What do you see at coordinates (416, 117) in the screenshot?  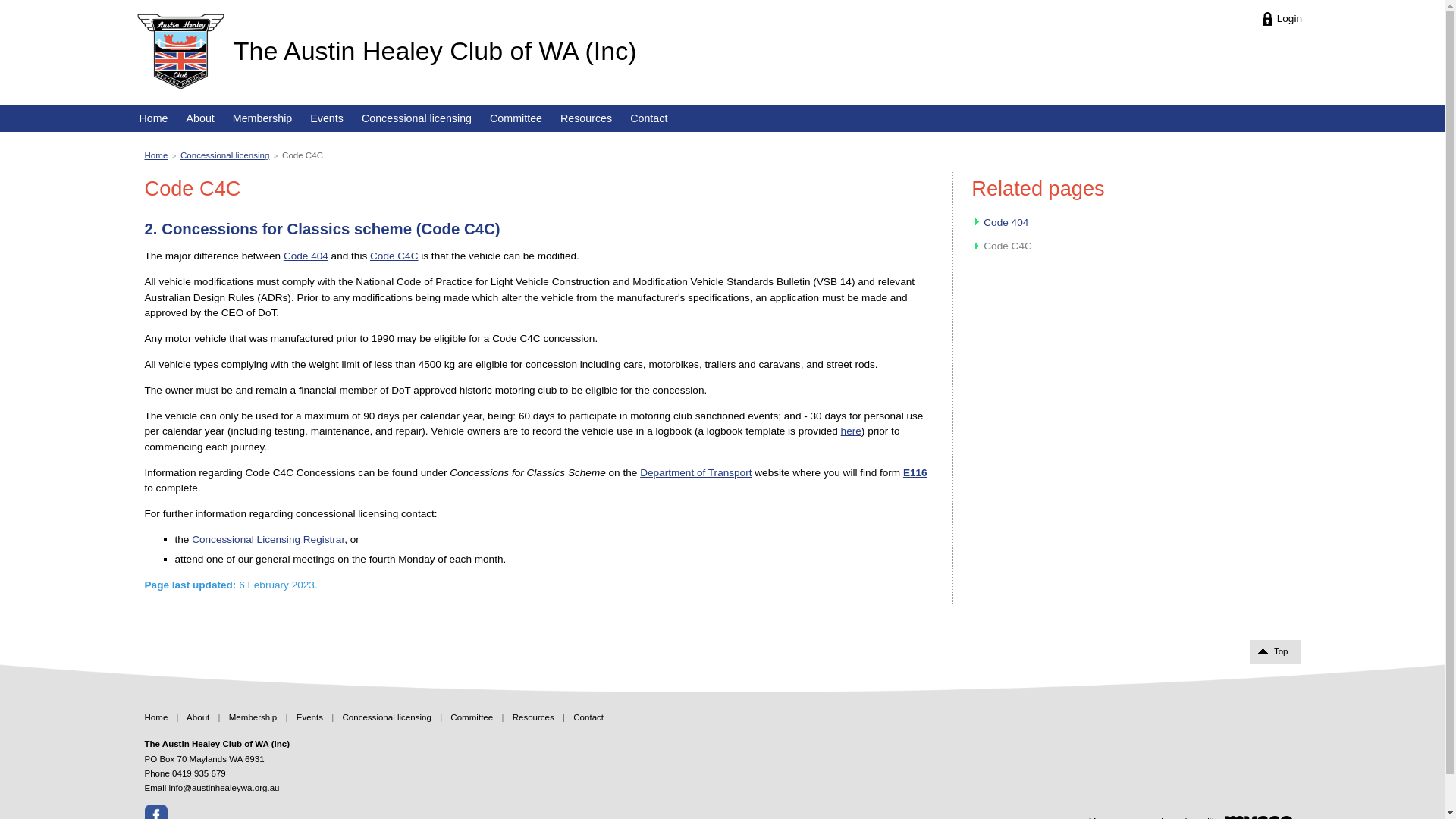 I see `'Concessional licensing'` at bounding box center [416, 117].